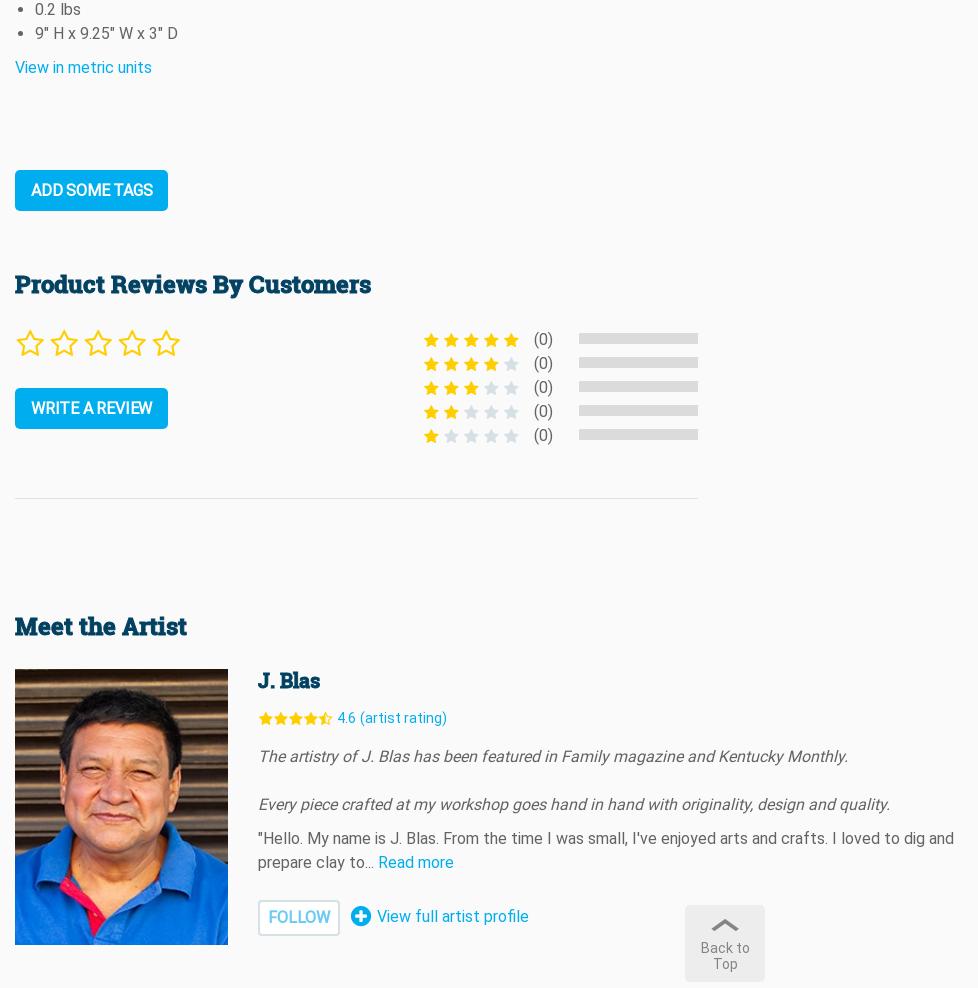 The width and height of the screenshot is (978, 988). I want to click on 'J. Blas', so click(287, 680).